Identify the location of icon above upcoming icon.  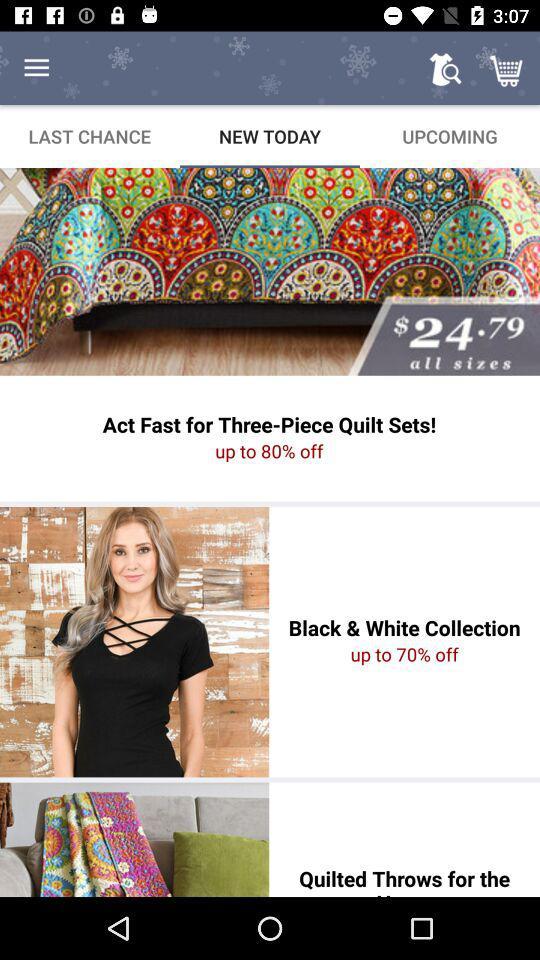
(445, 68).